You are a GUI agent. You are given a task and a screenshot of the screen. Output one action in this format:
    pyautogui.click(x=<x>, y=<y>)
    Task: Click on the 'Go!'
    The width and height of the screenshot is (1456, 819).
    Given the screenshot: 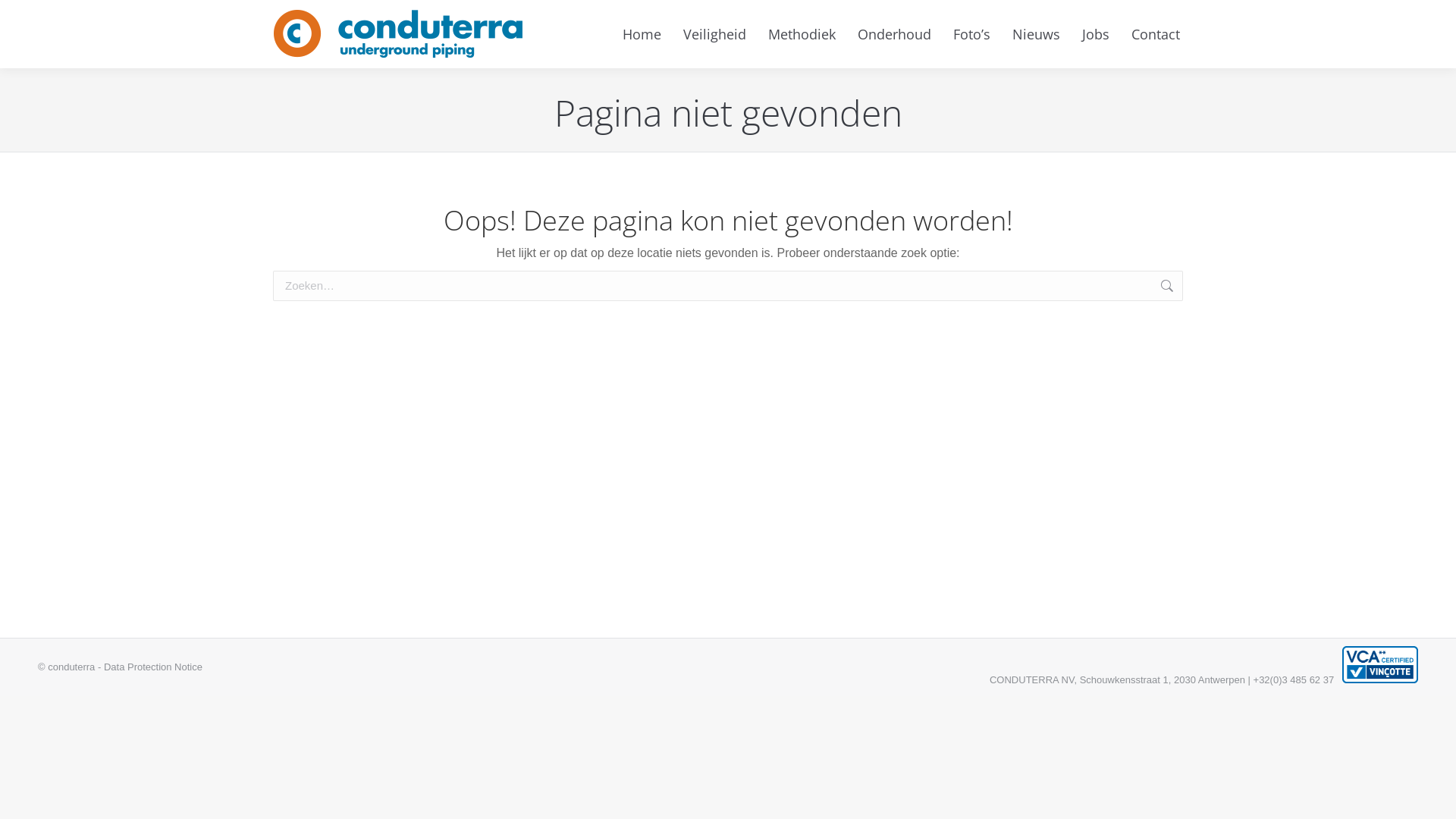 What is the action you would take?
    pyautogui.click(x=1205, y=287)
    